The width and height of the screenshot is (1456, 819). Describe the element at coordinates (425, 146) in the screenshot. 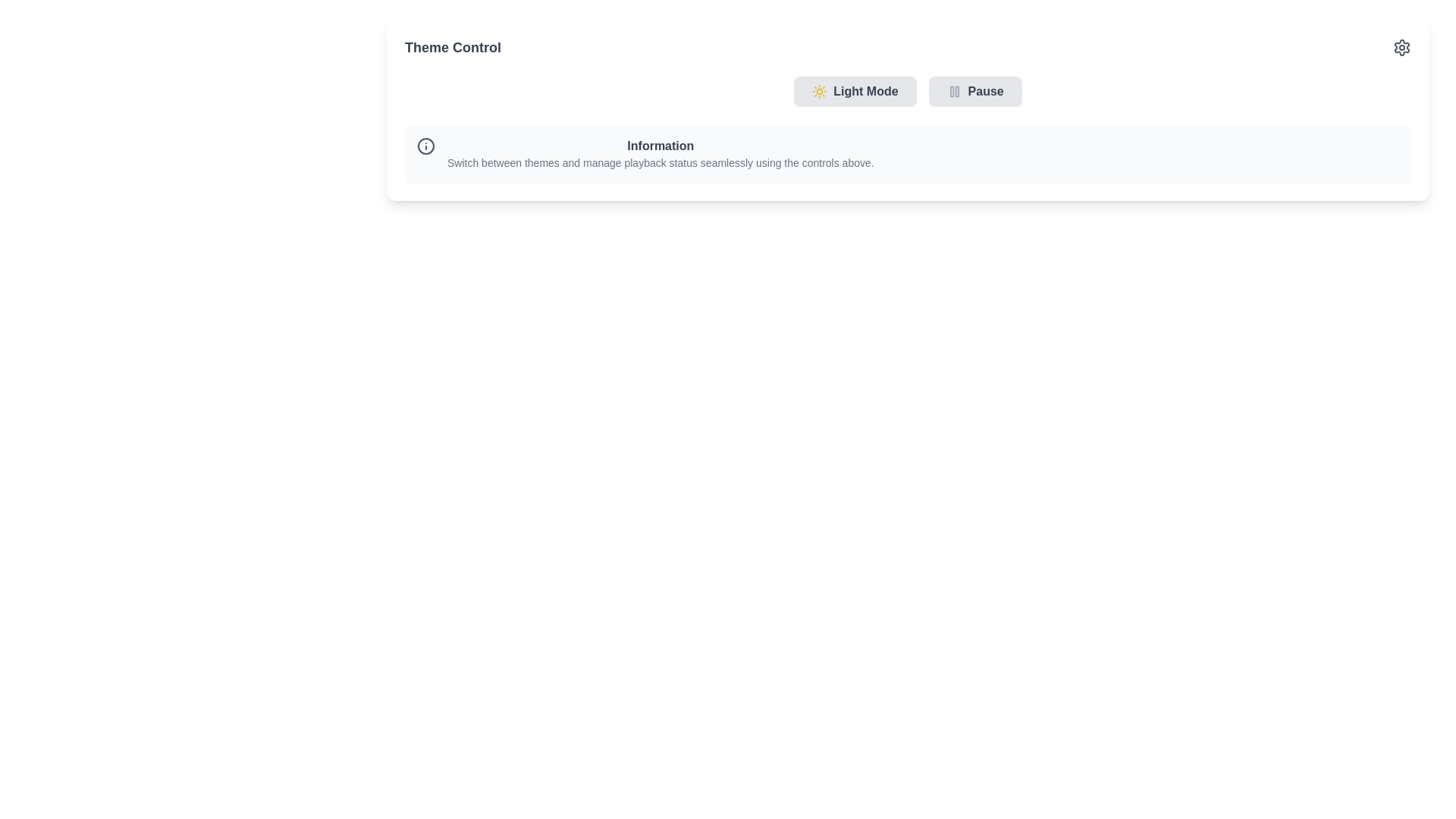

I see `the icon located to the far left of the panel titled 'Information', which signifies that the related section contains informational content for the user` at that location.